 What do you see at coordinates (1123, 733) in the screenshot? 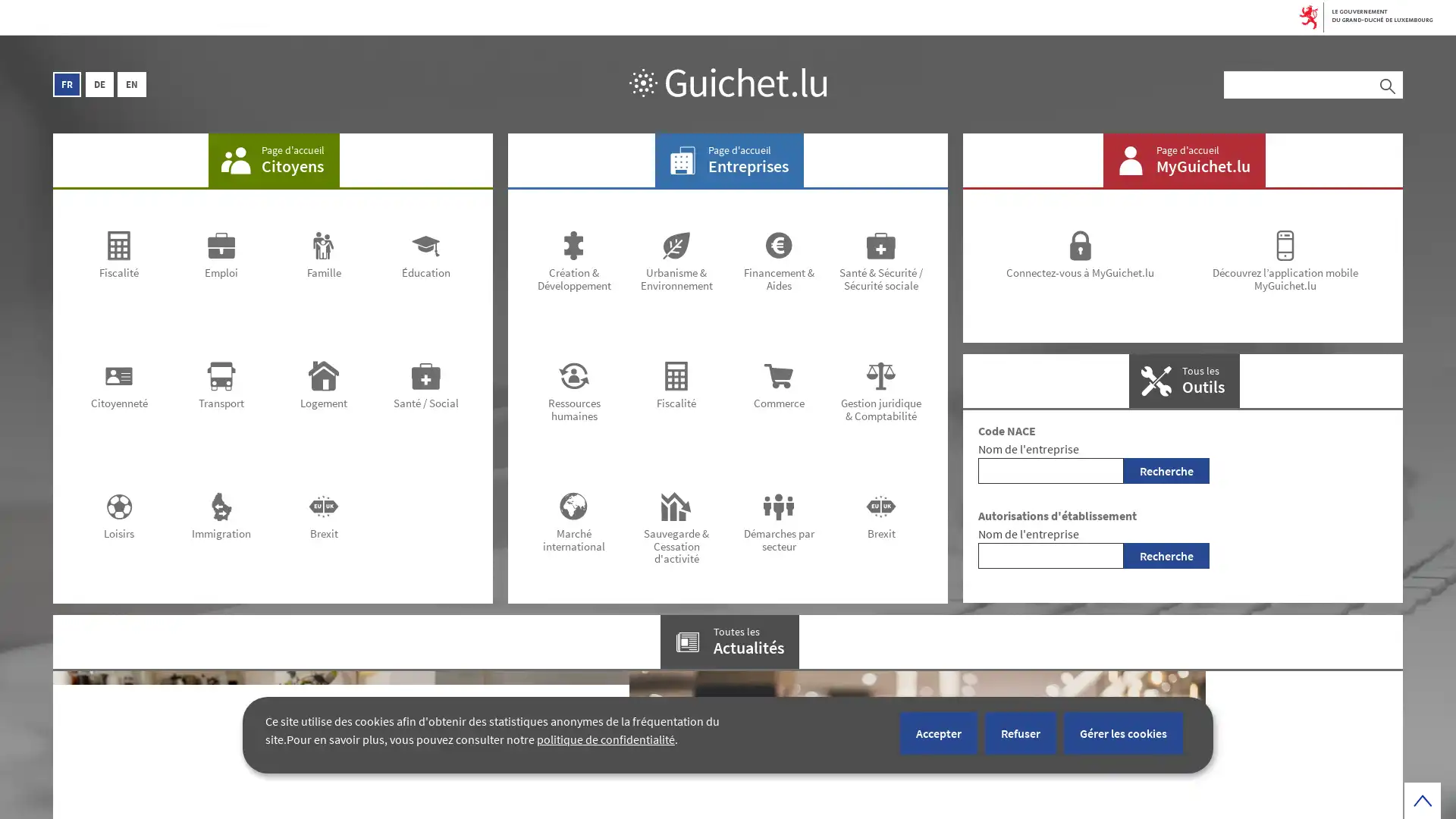
I see `Gerer les cookies` at bounding box center [1123, 733].